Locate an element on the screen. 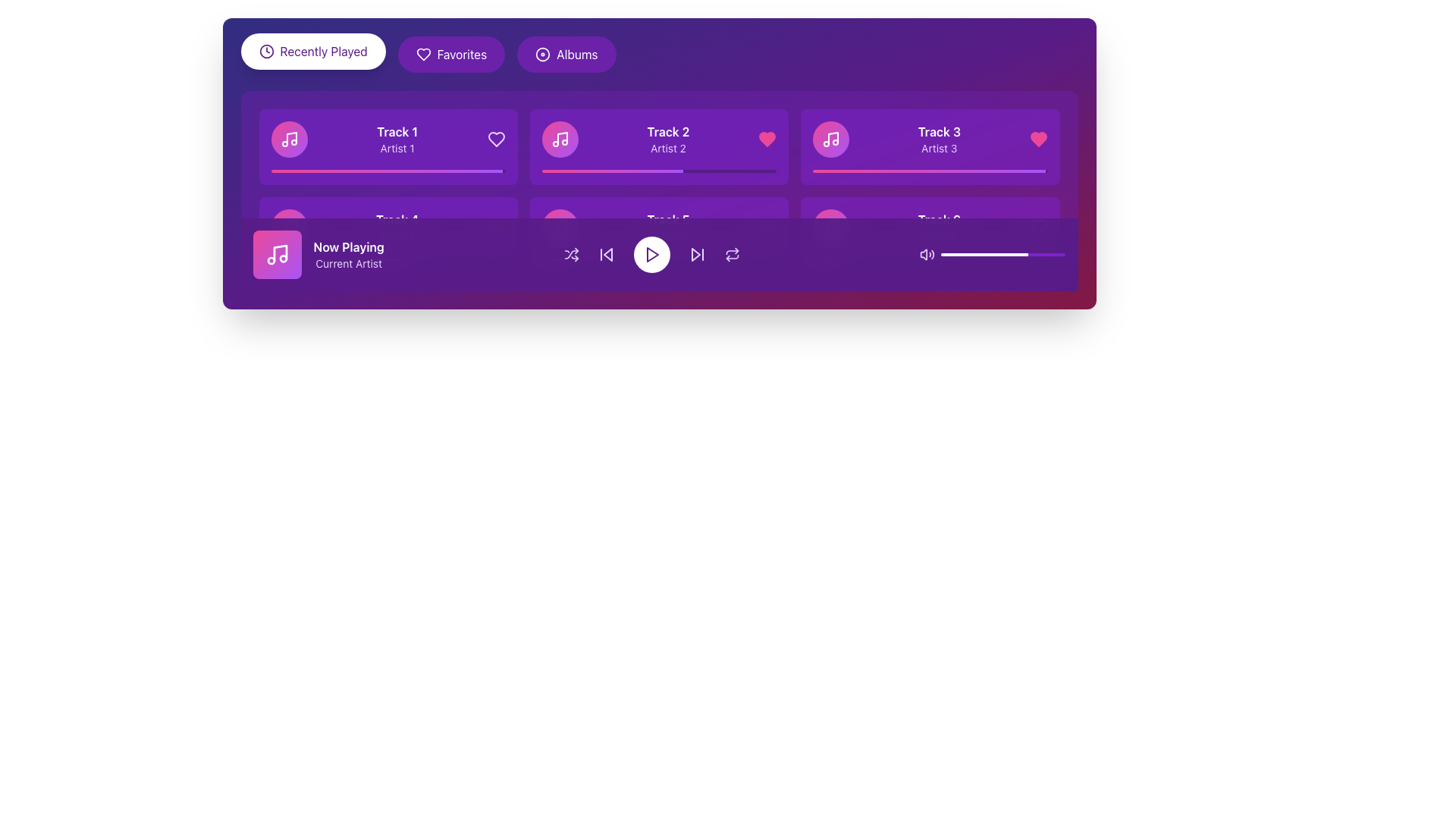 Image resolution: width=1456 pixels, height=819 pixels. the music playback icon located at the center of the circular button on the leftmost side of the playback control bar at the bottom of the application interface is located at coordinates (559, 227).